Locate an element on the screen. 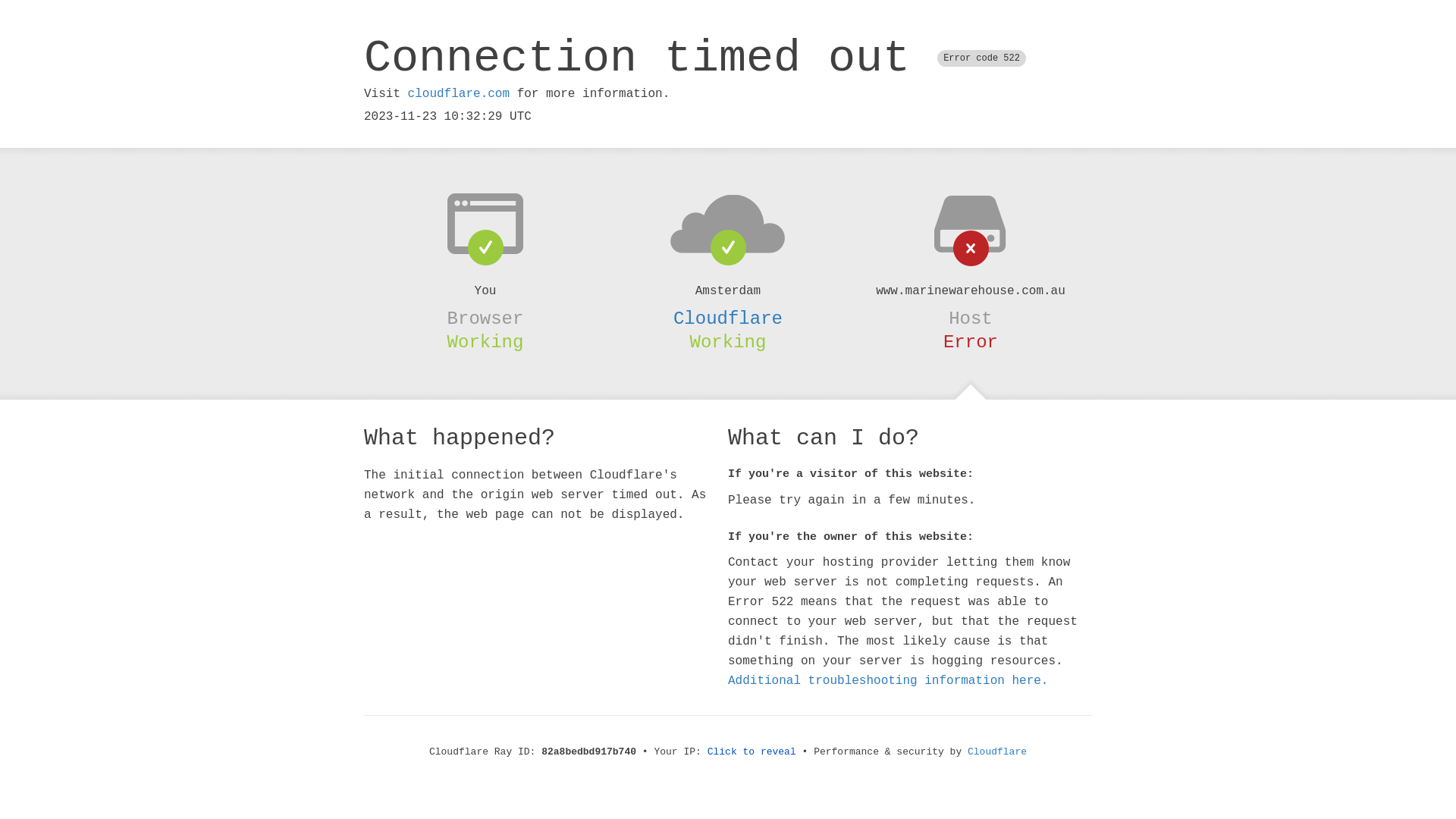 The image size is (1456, 819). 'Cloudflare' is located at coordinates (673, 318).